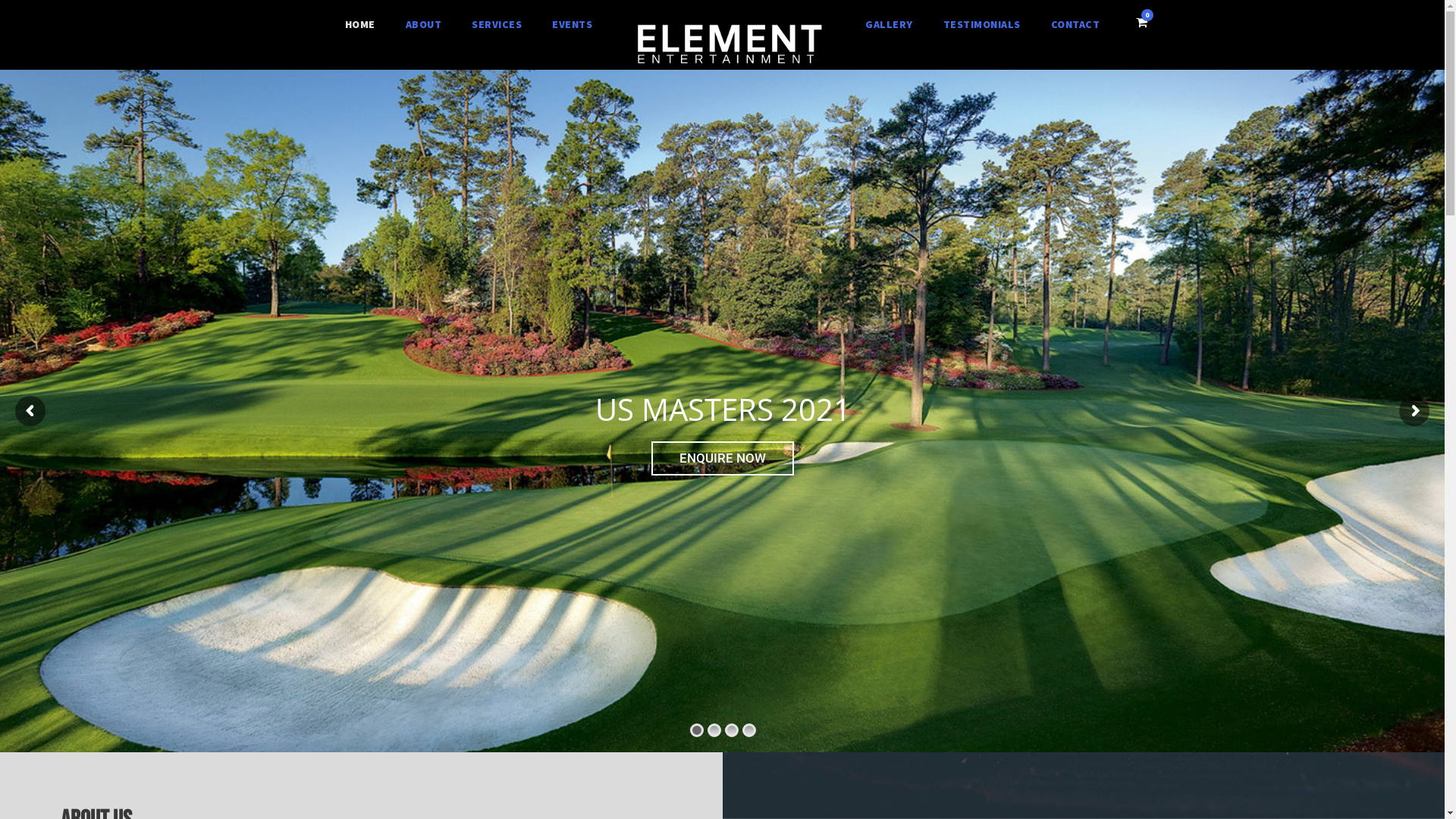 The height and width of the screenshot is (819, 1456). I want to click on 'ABOUT', so click(423, 25).